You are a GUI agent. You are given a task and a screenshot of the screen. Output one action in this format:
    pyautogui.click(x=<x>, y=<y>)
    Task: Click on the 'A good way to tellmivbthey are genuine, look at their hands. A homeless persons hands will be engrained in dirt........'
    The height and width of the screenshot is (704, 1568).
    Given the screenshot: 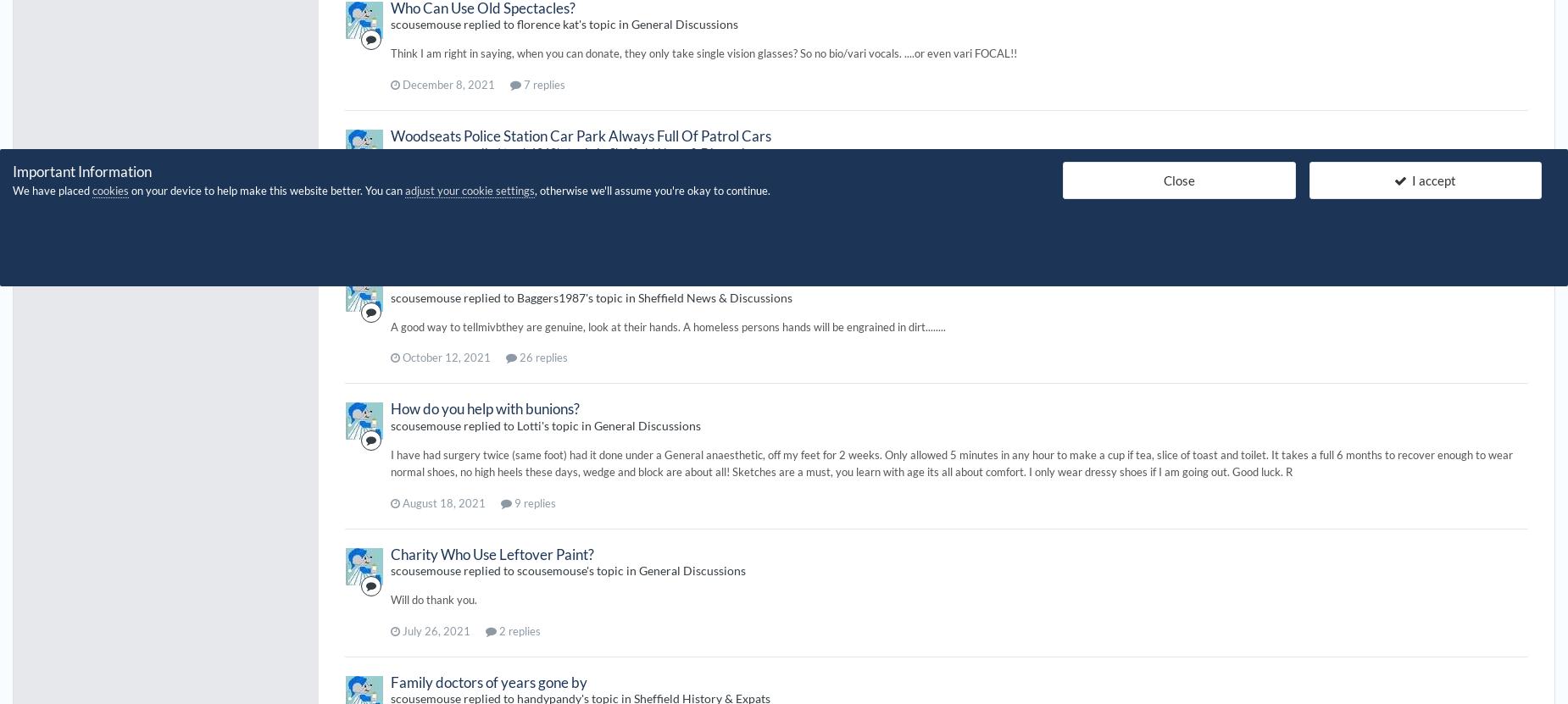 What is the action you would take?
    pyautogui.click(x=390, y=326)
    